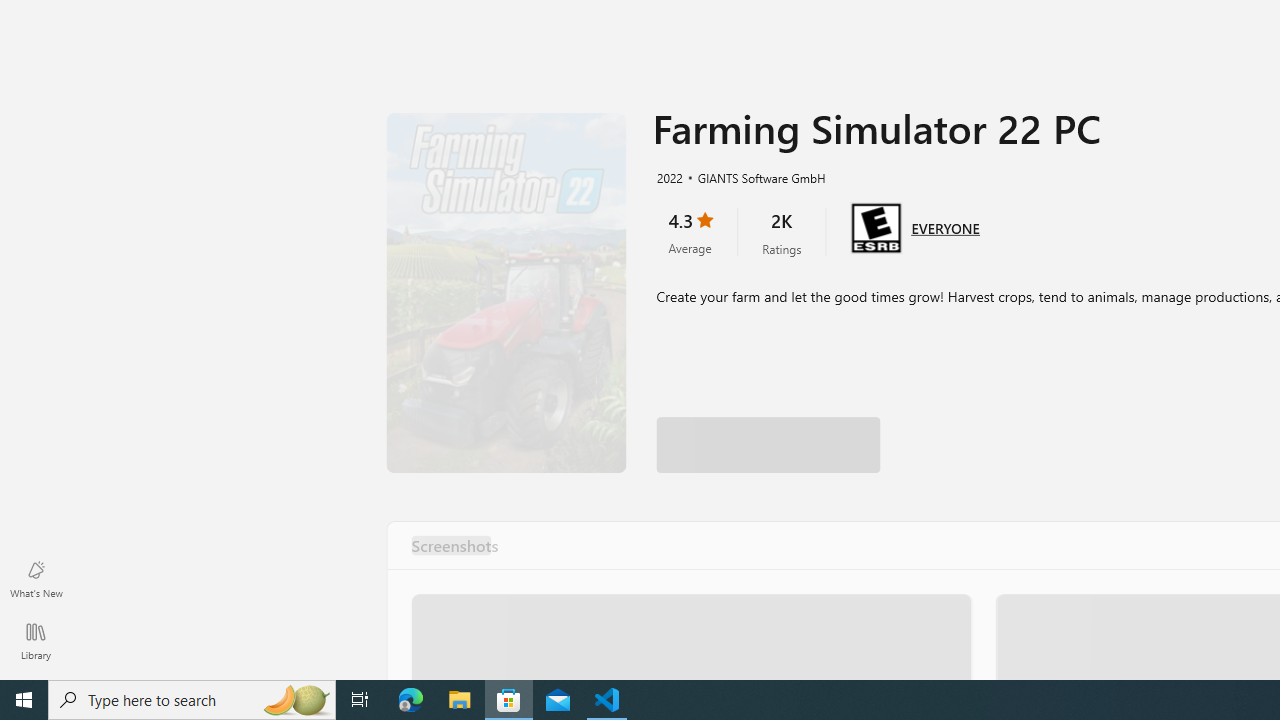 The height and width of the screenshot is (720, 1280). What do you see at coordinates (668, 176) in the screenshot?
I see `'2022'` at bounding box center [668, 176].